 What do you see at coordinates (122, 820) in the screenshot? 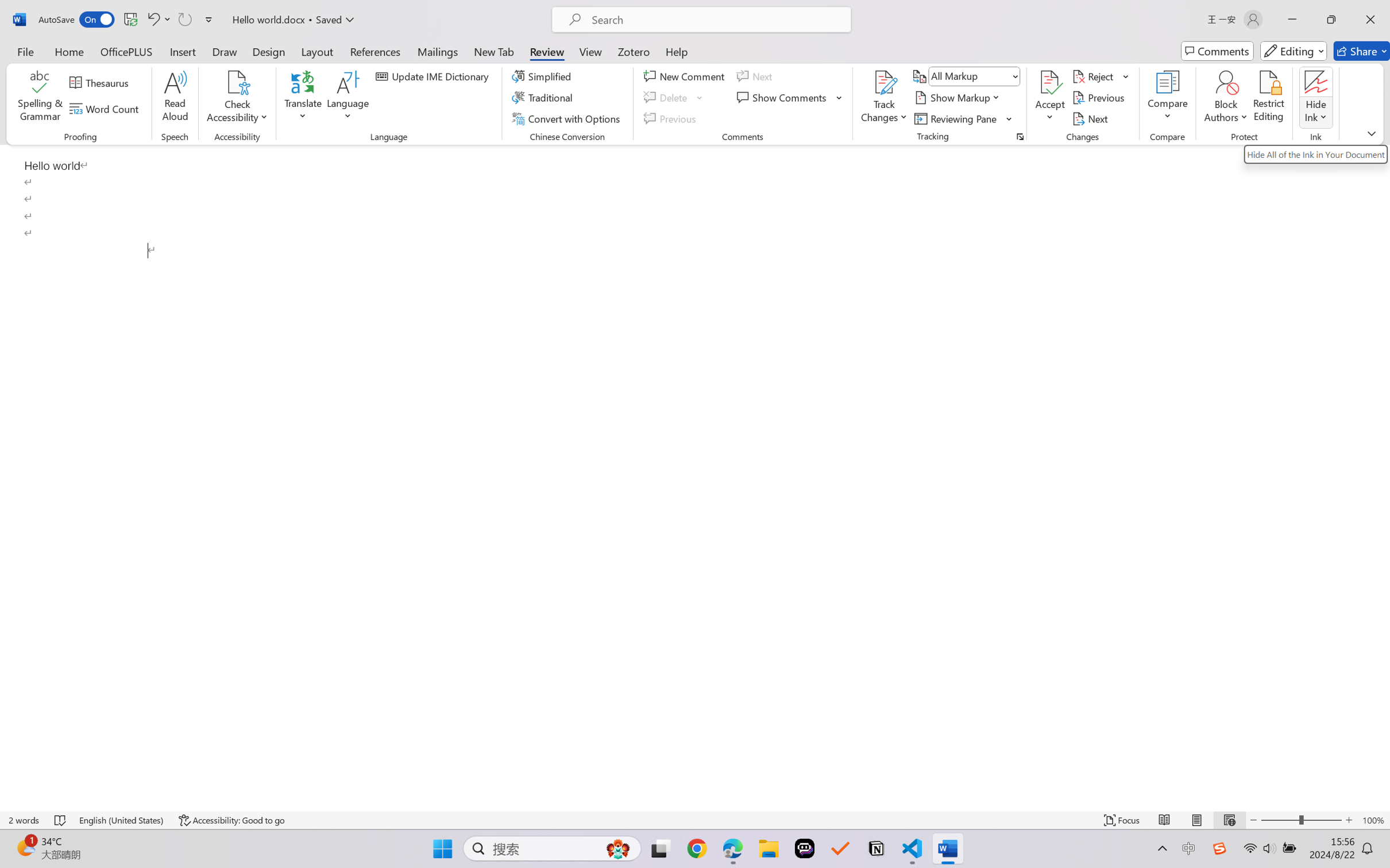
I see `'Language English (United States)'` at bounding box center [122, 820].